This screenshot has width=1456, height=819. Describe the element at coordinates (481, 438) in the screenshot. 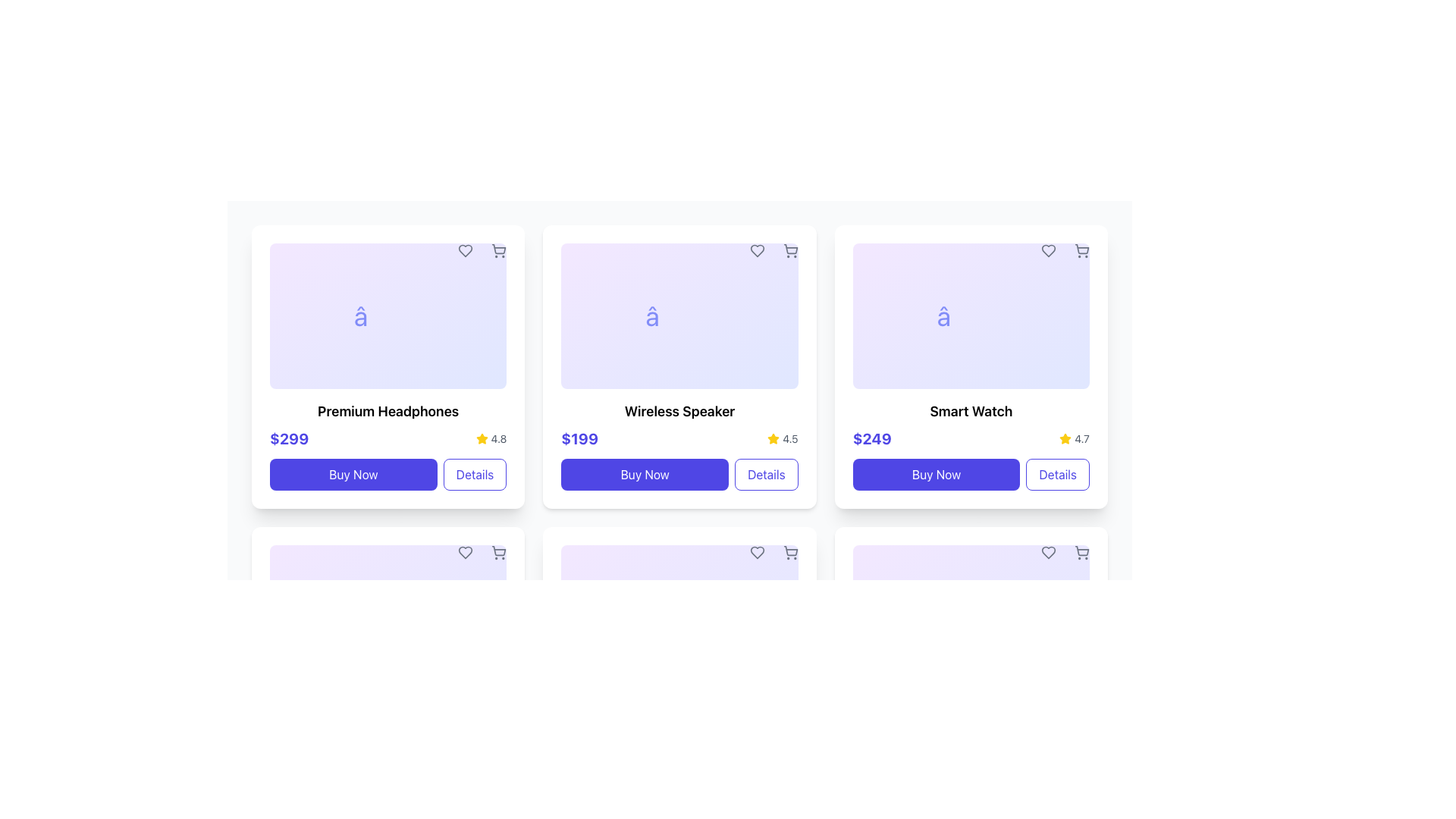

I see `the star icon representing the rating for the 'Premium Headphones' product, located in the upper-right part of the product card, adjacent to the text '4.8'` at that location.